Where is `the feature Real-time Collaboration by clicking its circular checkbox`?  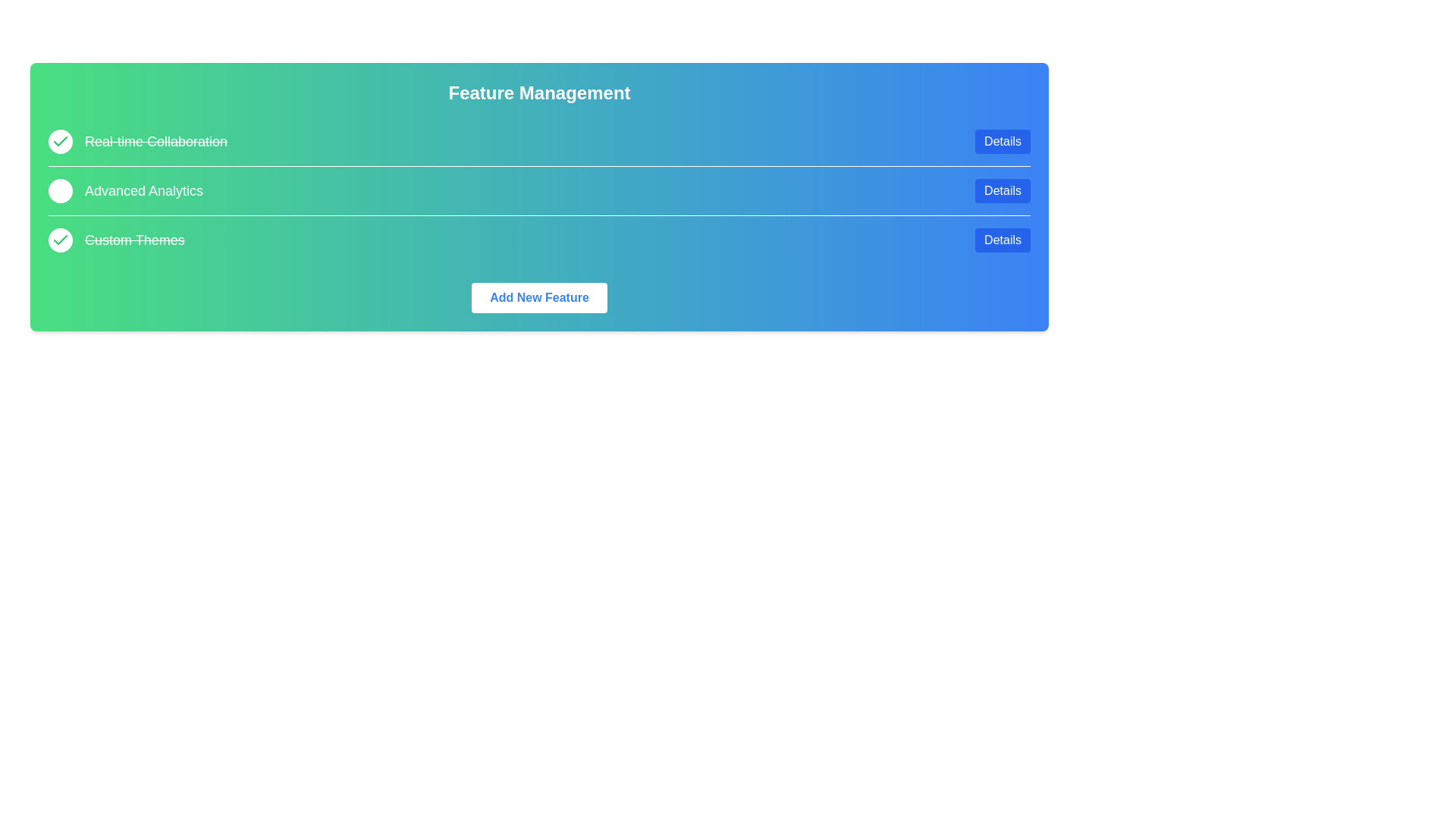 the feature Real-time Collaboration by clicking its circular checkbox is located at coordinates (61, 141).